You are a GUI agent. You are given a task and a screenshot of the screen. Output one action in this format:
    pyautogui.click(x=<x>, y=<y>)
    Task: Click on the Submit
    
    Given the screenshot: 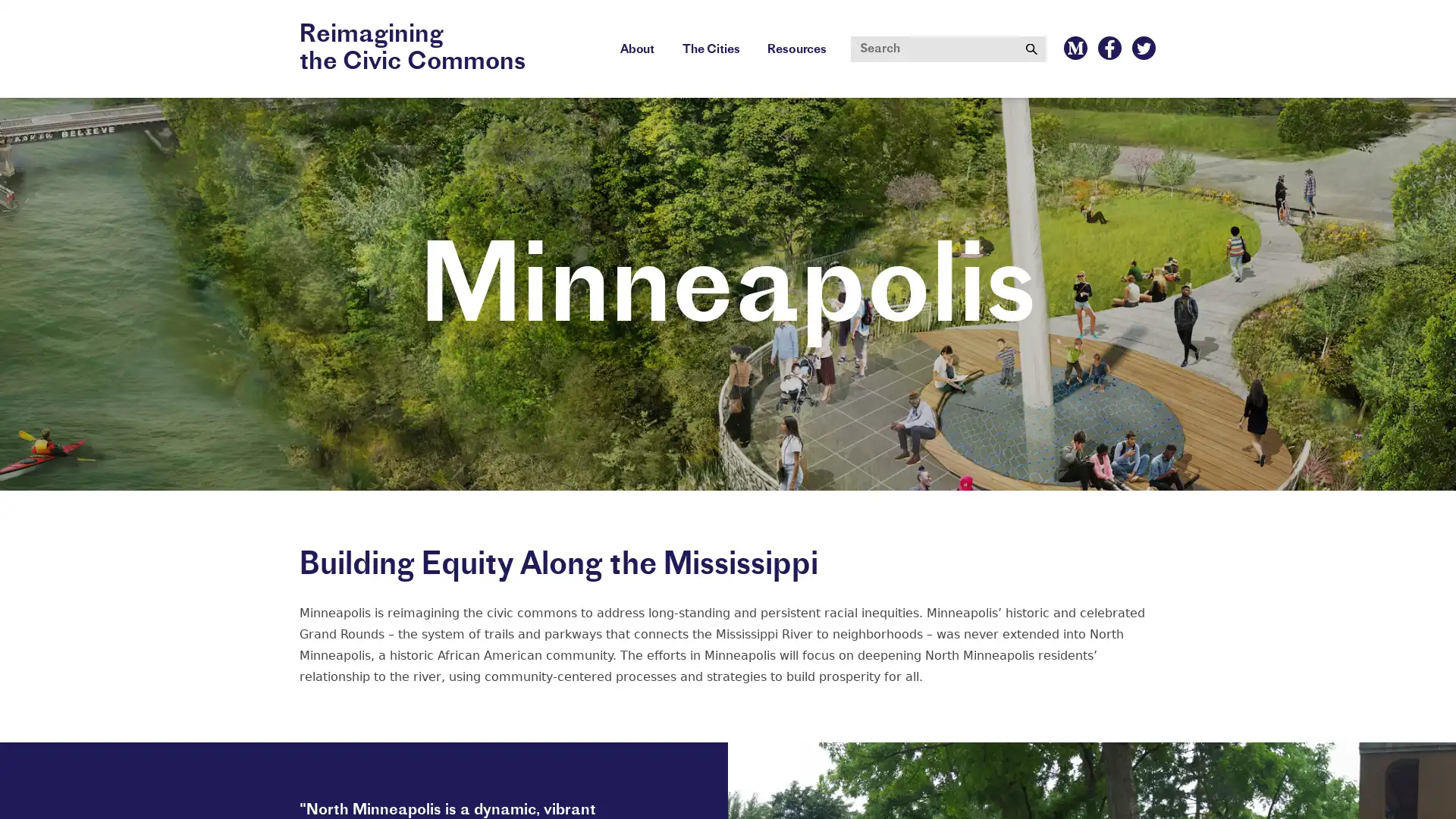 What is the action you would take?
    pyautogui.click(x=1031, y=48)
    